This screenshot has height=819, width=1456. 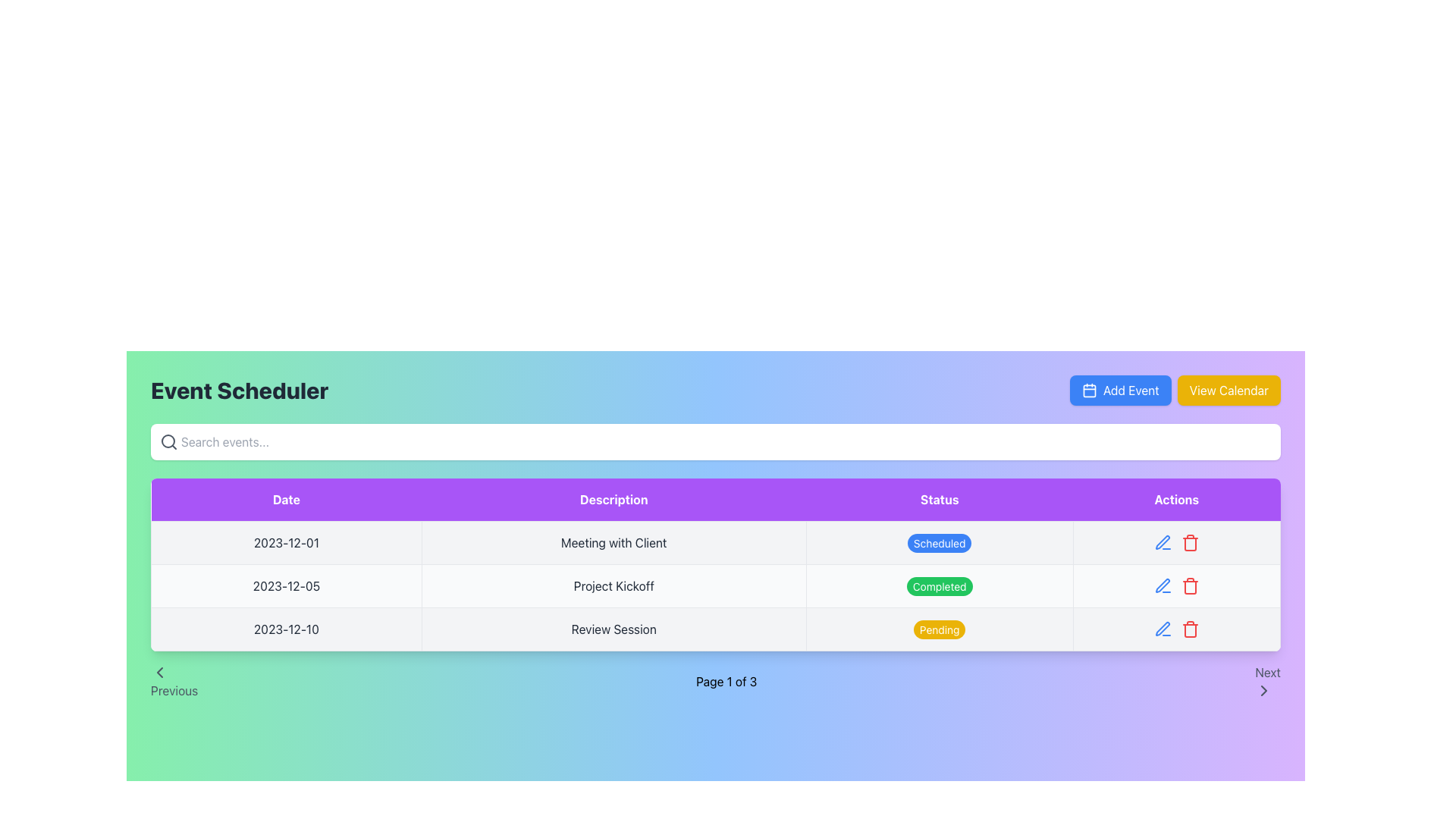 I want to click on the pencil icon in the Actions column, so click(x=1162, y=585).